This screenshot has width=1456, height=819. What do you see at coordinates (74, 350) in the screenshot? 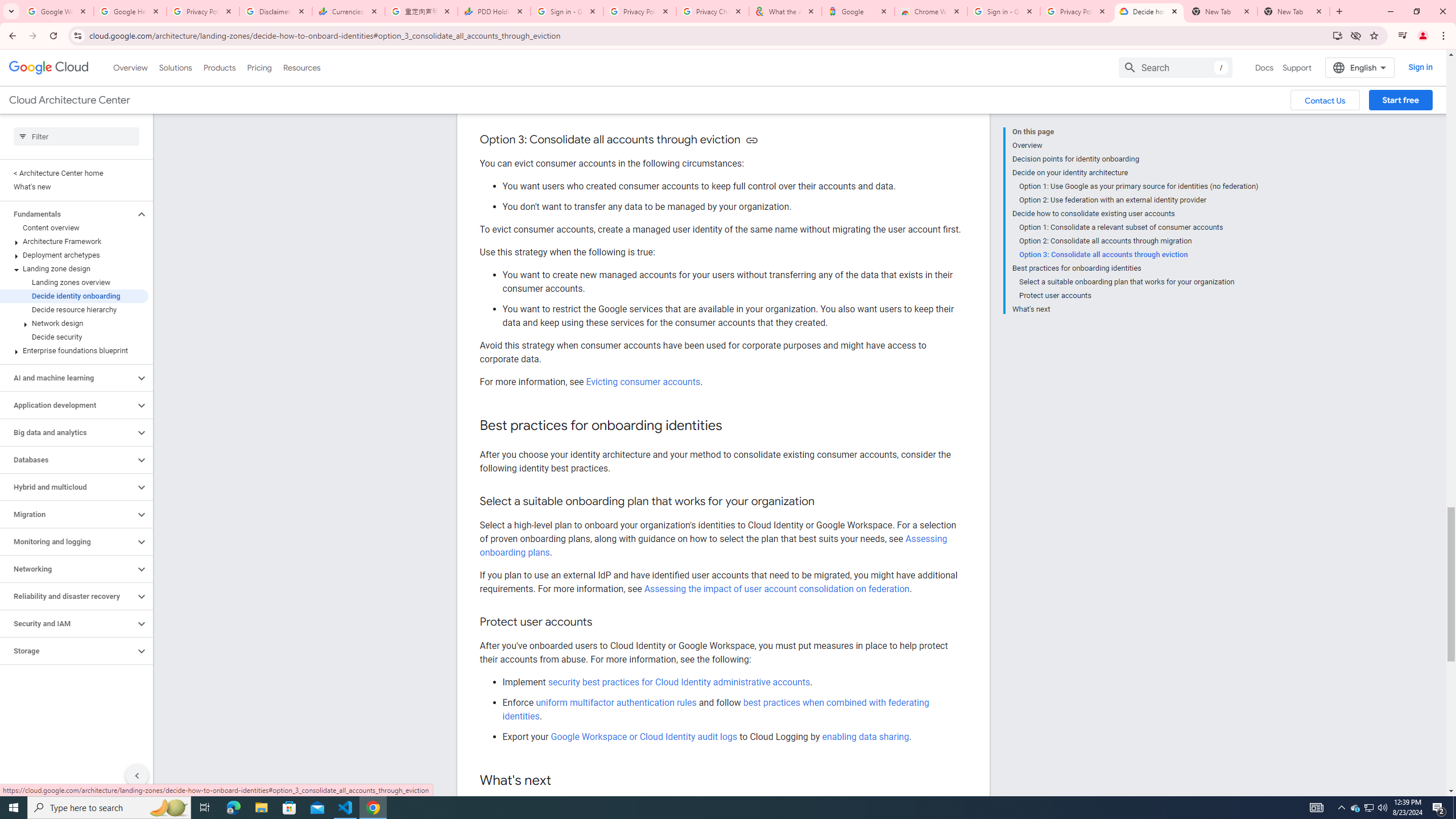
I see `'Enterprise foundations blueprint'` at bounding box center [74, 350].